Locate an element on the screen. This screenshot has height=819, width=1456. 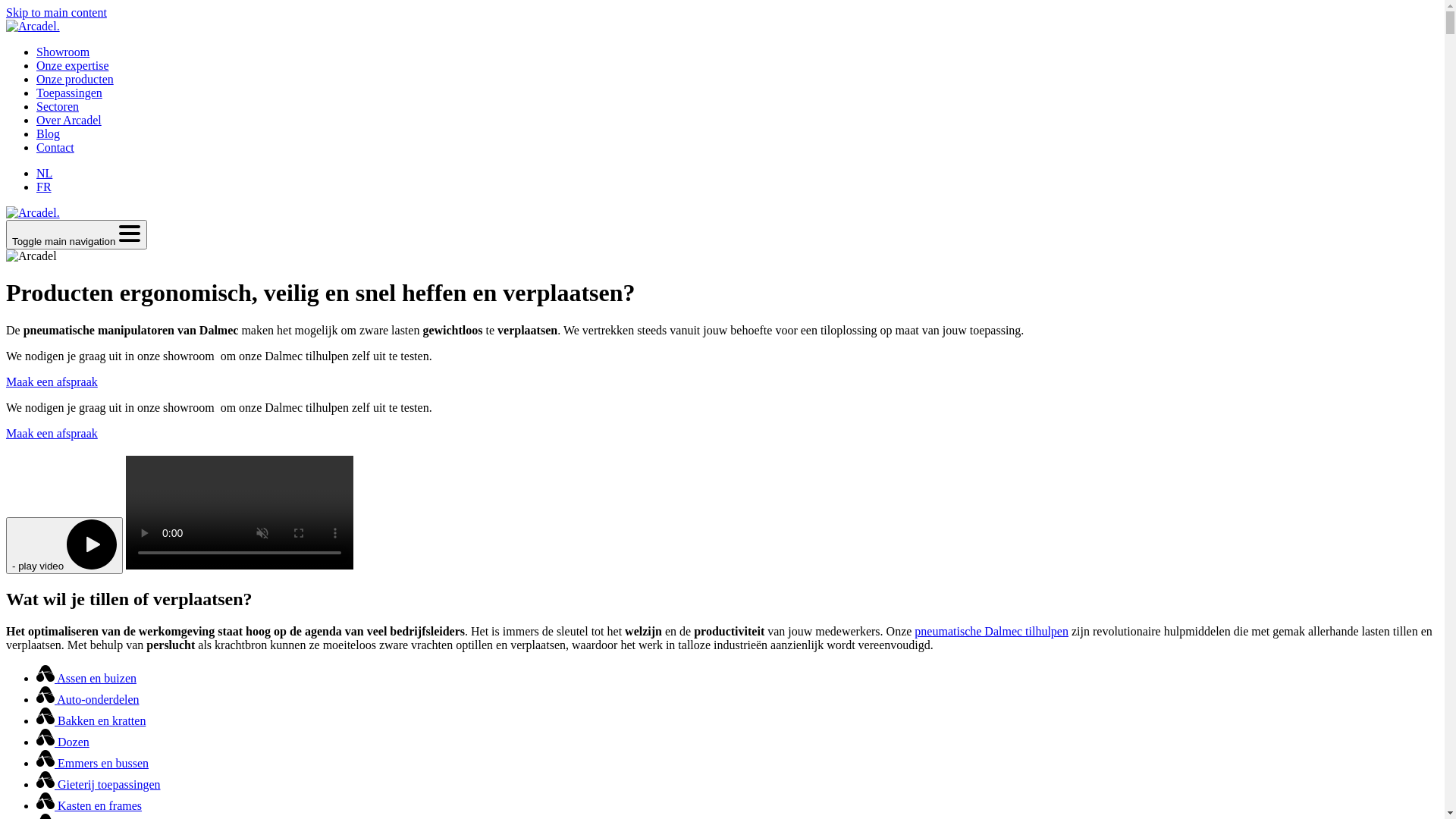
'FR' is located at coordinates (43, 186).